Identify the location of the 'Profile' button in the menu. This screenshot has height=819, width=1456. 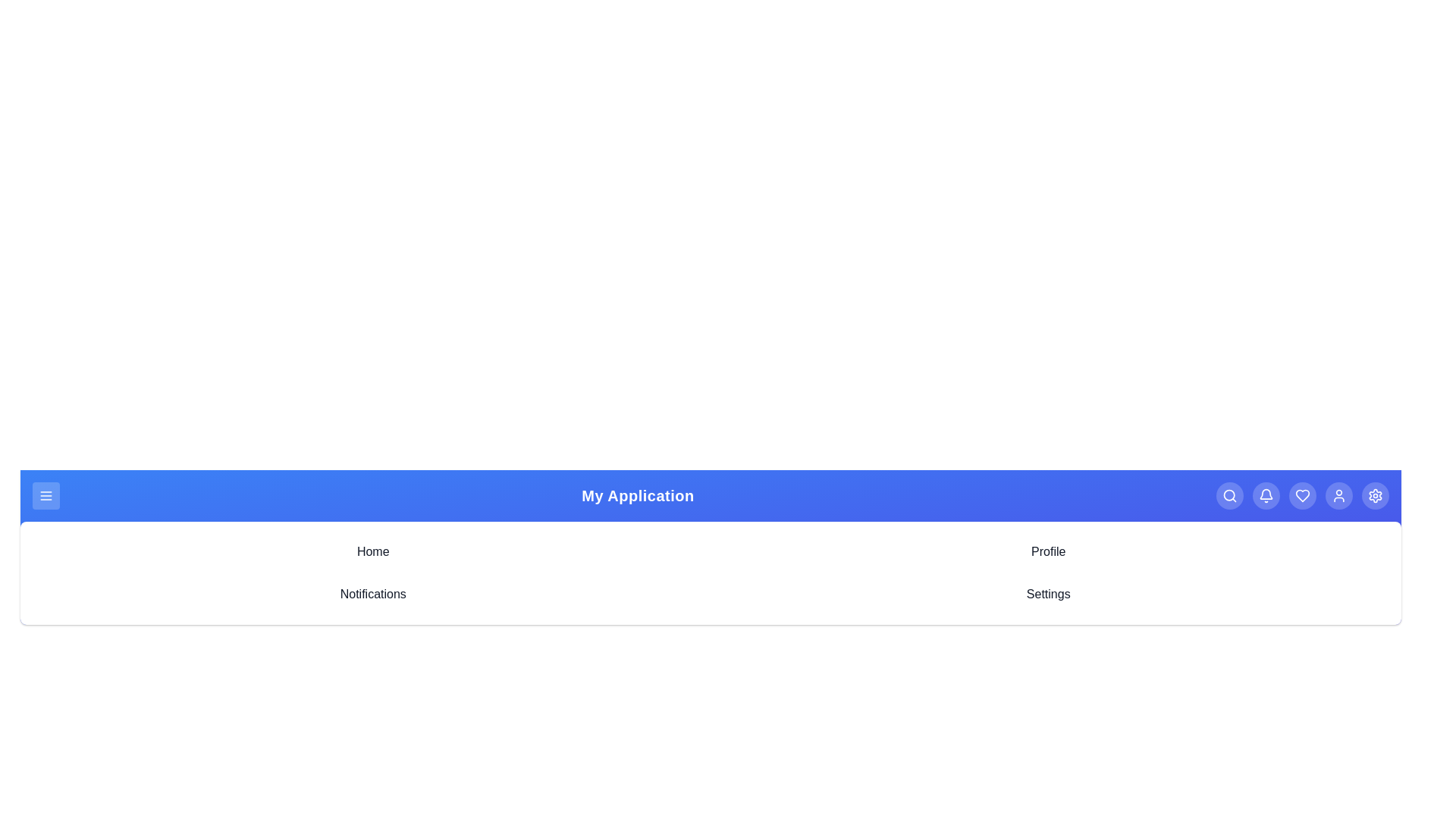
(1047, 552).